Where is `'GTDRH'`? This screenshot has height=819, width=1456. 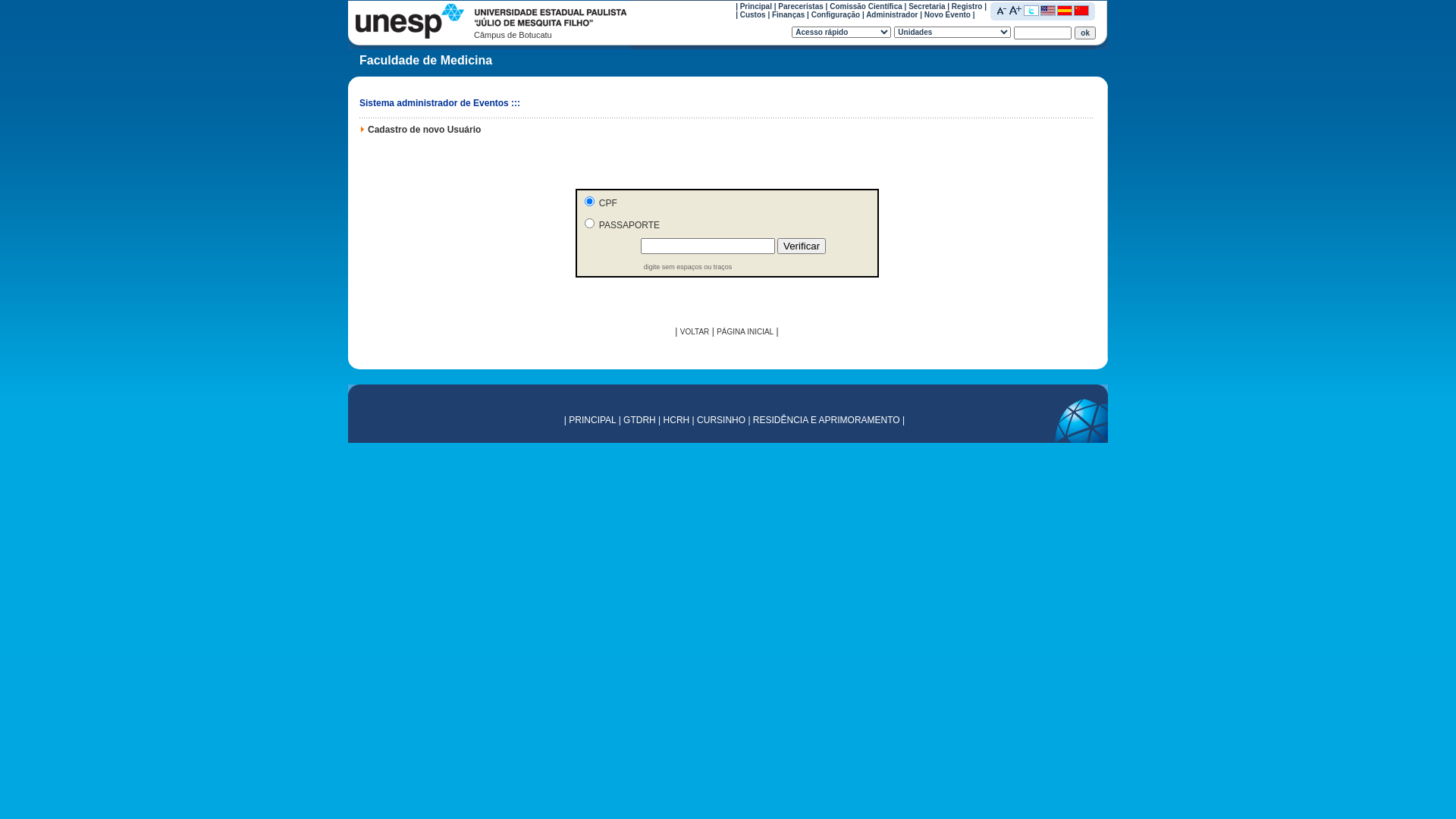 'GTDRH' is located at coordinates (623, 420).